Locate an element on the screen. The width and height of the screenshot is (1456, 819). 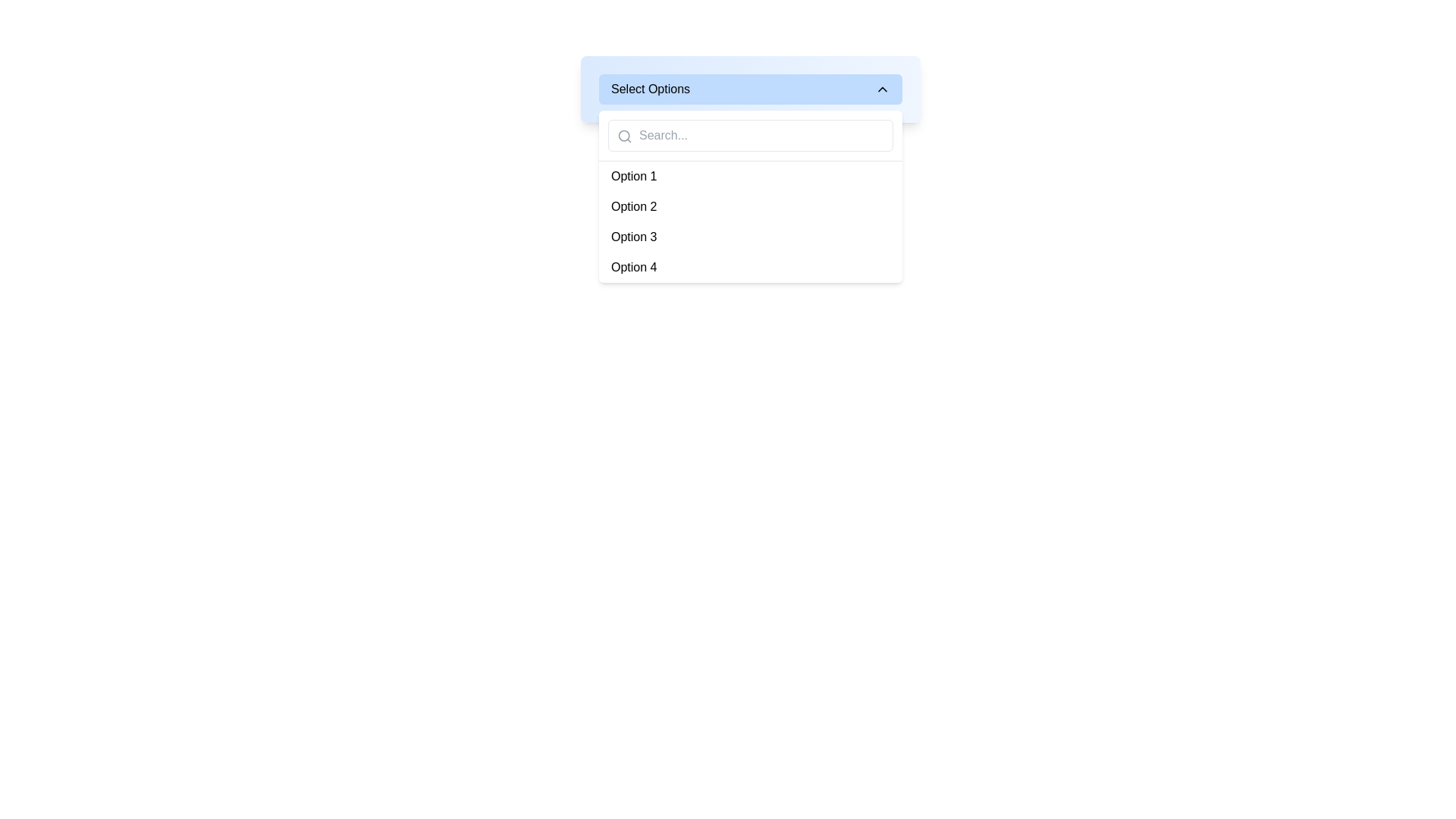
the list item displaying 'Option 3' in the dropdown menu is located at coordinates (750, 237).